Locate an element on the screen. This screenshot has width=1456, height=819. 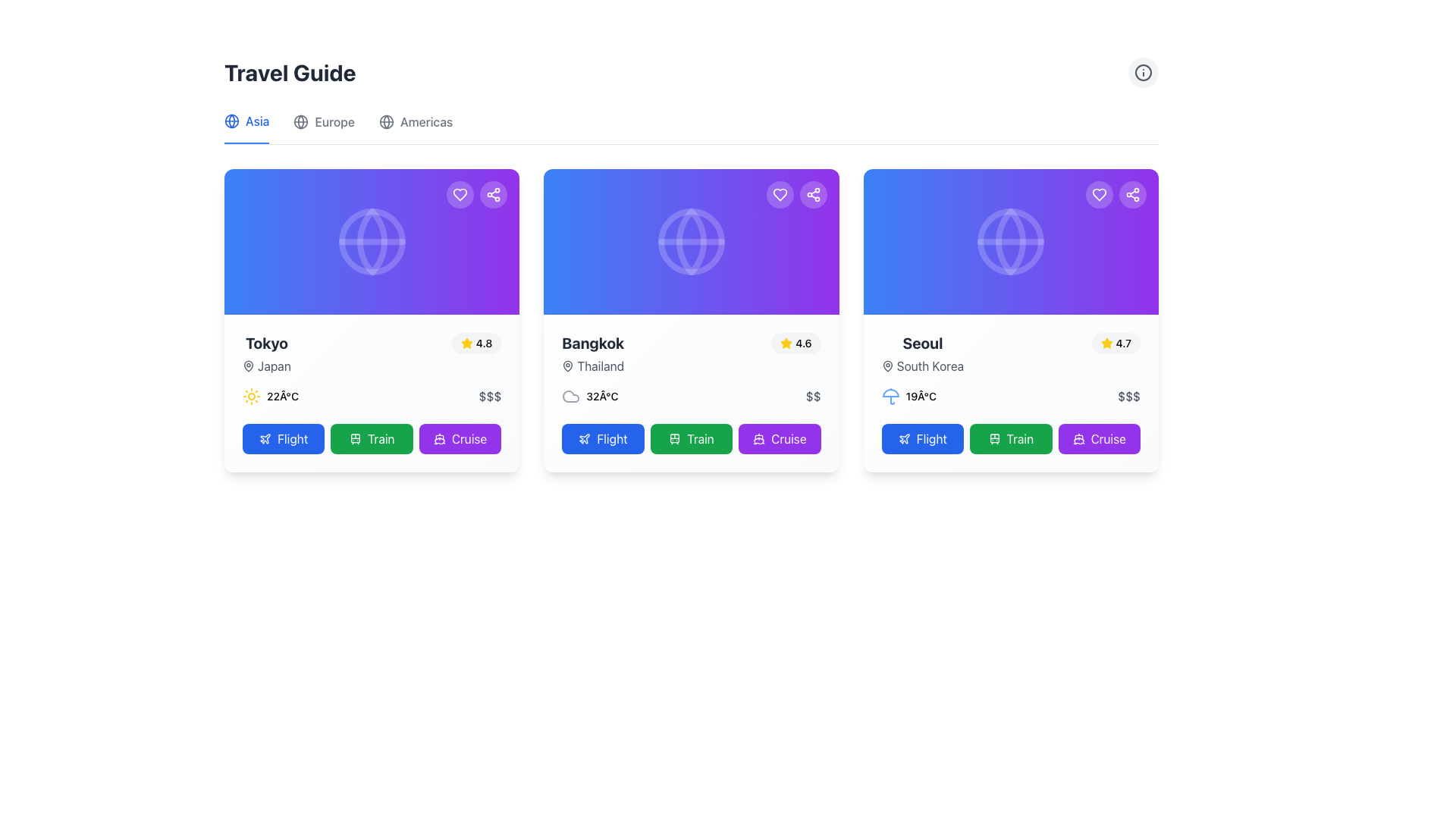
the small, circular map pin icon with a hollow center, located directly to the left of the text 'Thailand' in the Bangkok travel card is located at coordinates (567, 366).